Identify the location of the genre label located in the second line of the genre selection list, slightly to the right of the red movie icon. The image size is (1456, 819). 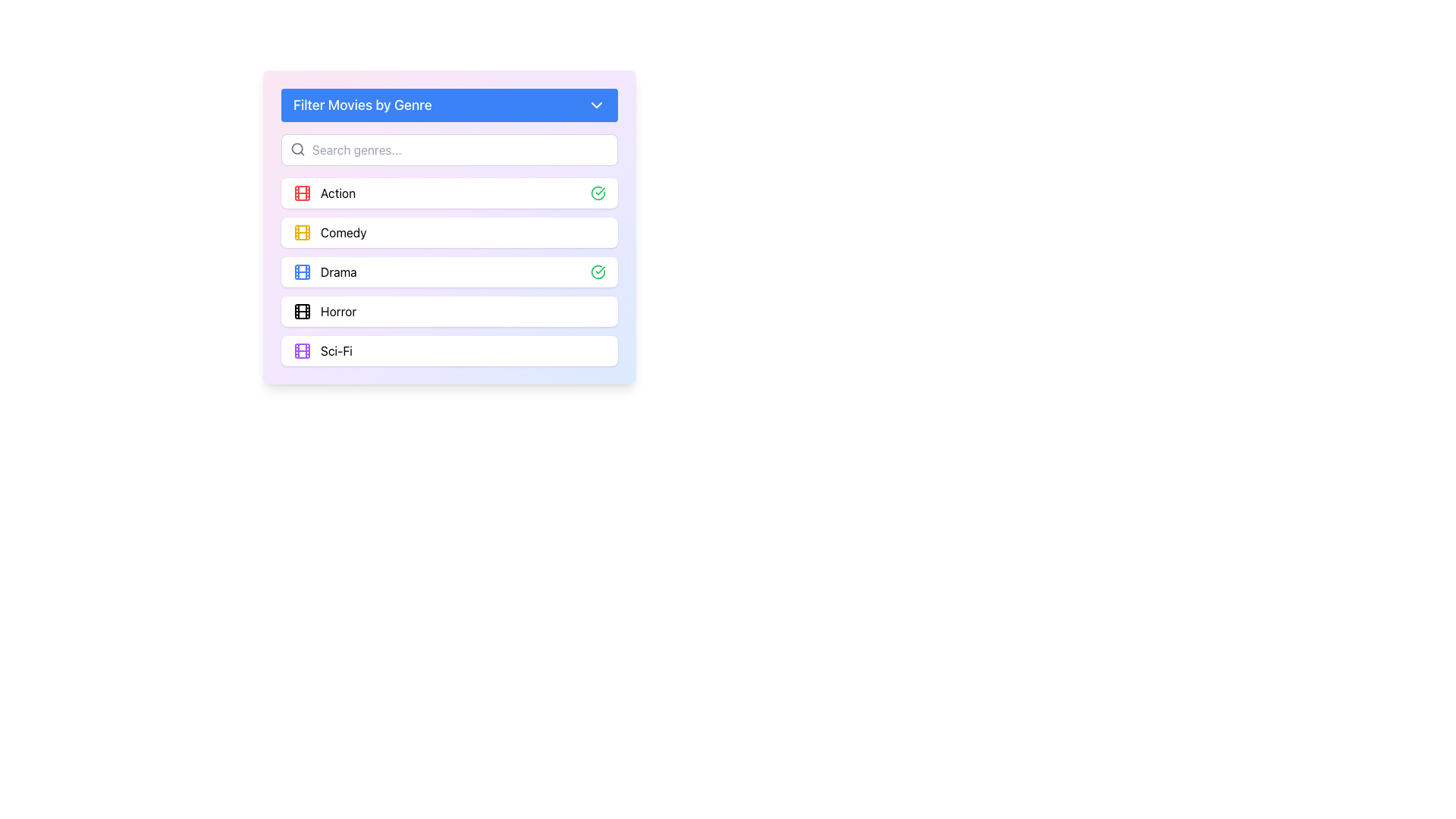
(337, 192).